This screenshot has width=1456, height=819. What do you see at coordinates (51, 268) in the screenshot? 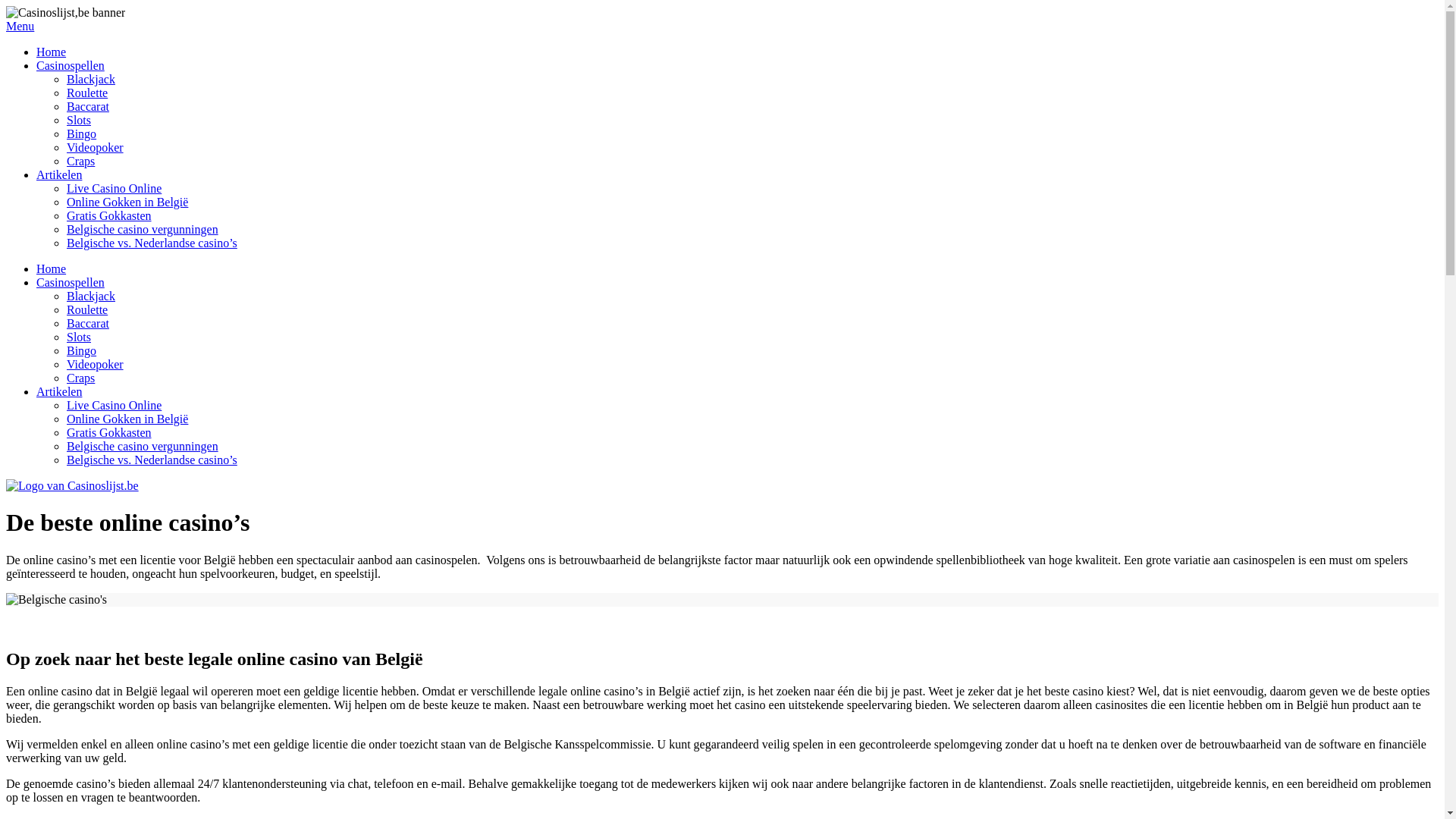
I see `'Home'` at bounding box center [51, 268].